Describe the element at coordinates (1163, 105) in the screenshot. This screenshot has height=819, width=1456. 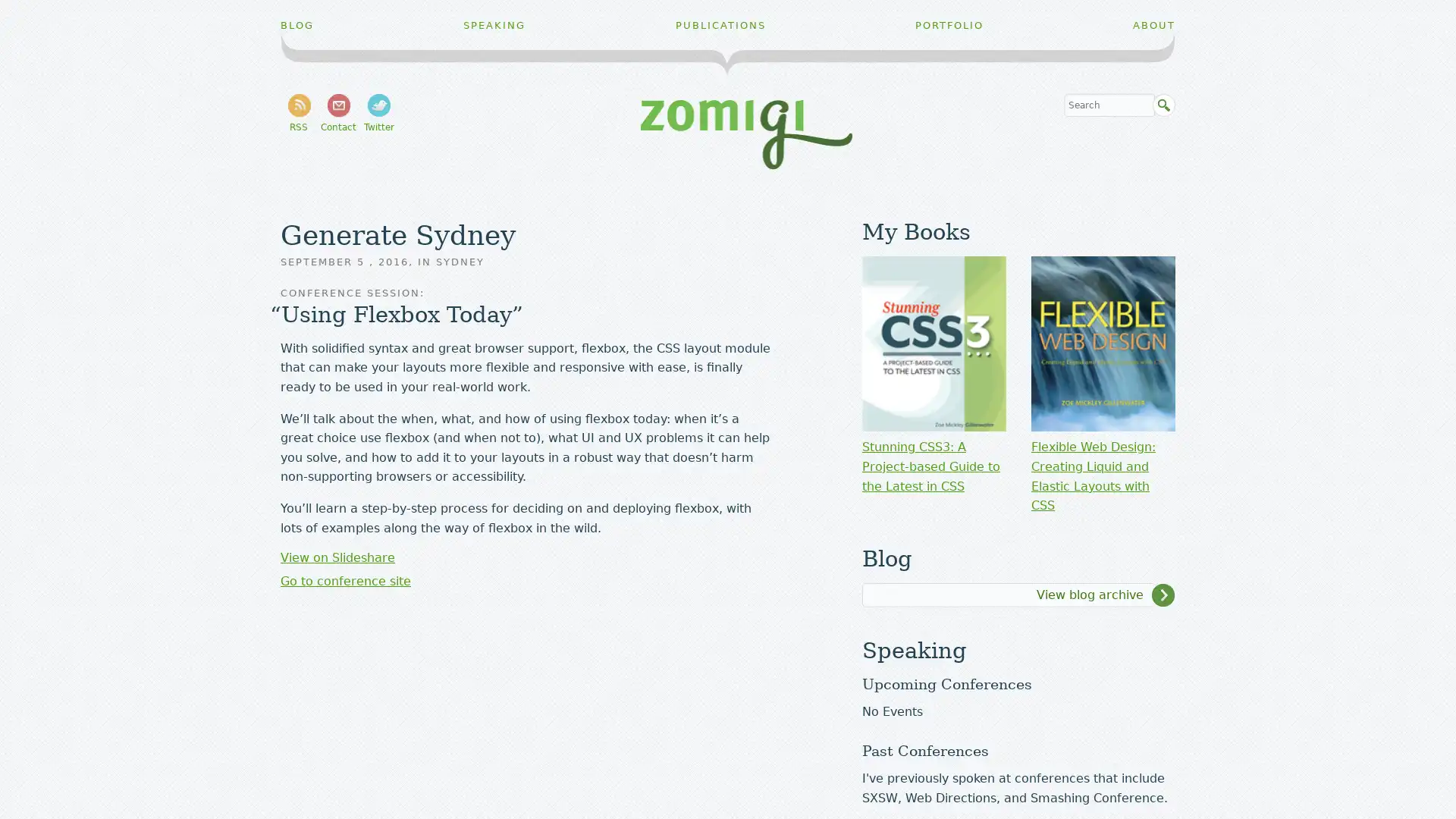
I see `search` at that location.